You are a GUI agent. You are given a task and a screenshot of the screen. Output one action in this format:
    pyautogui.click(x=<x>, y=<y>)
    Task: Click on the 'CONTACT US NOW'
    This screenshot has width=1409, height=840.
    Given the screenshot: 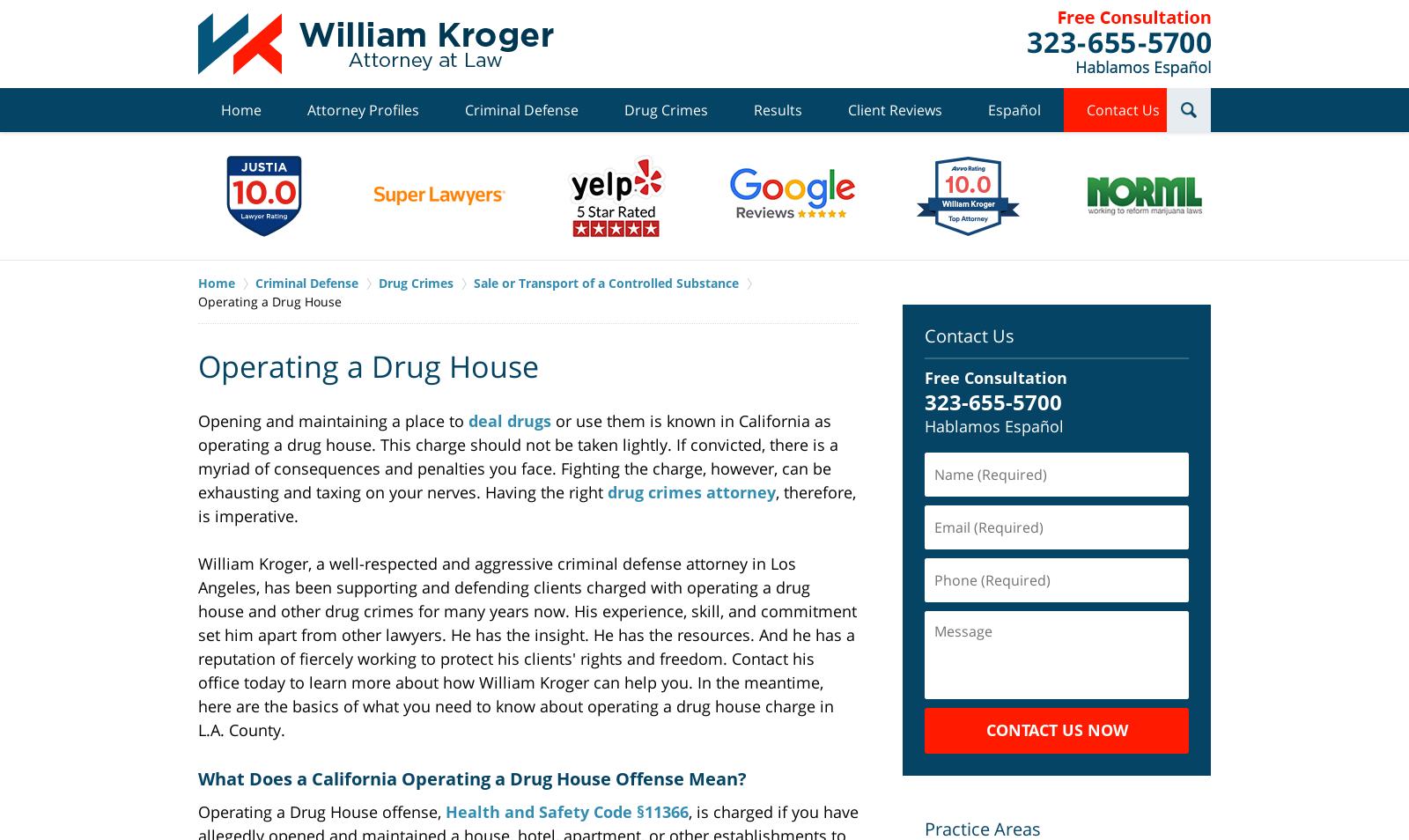 What is the action you would take?
    pyautogui.click(x=1056, y=728)
    